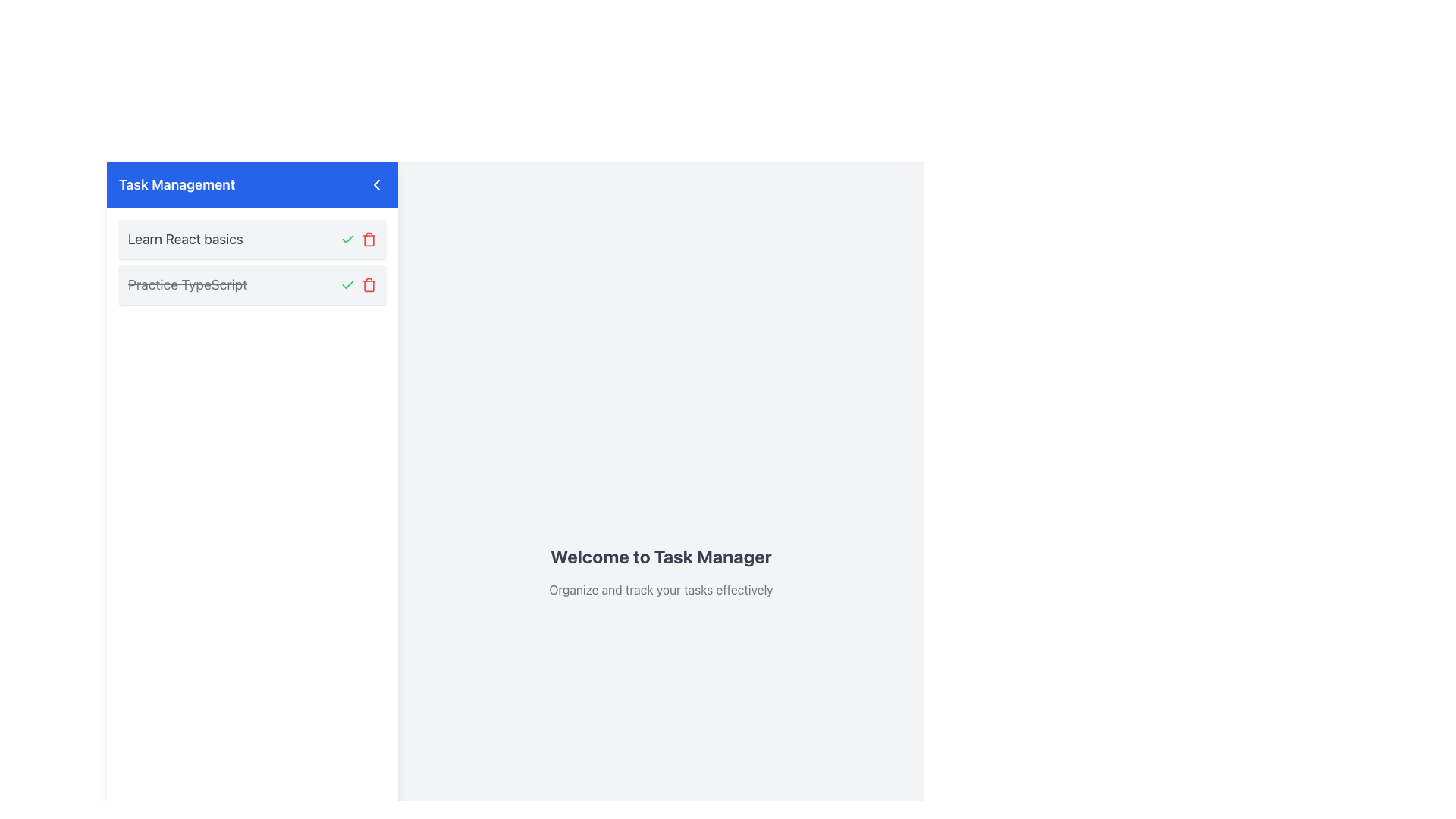  What do you see at coordinates (347, 284) in the screenshot?
I see `the toggle button located to the right of the 'Practice TypeScript' task text in the second task row of the 'Task Management' section` at bounding box center [347, 284].